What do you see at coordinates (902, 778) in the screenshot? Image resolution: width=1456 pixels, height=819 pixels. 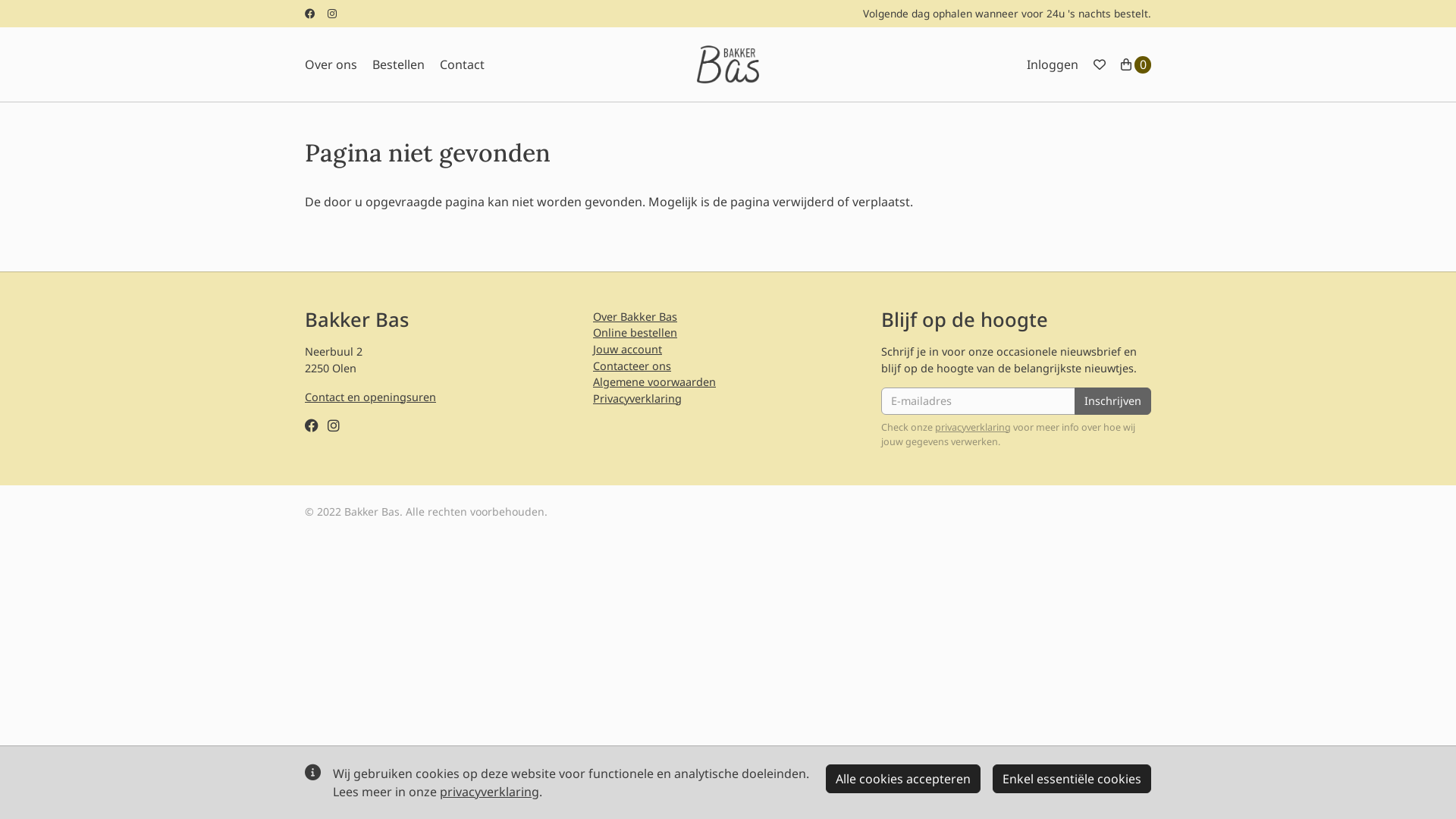 I see `'Alle cookies accepteren'` at bounding box center [902, 778].